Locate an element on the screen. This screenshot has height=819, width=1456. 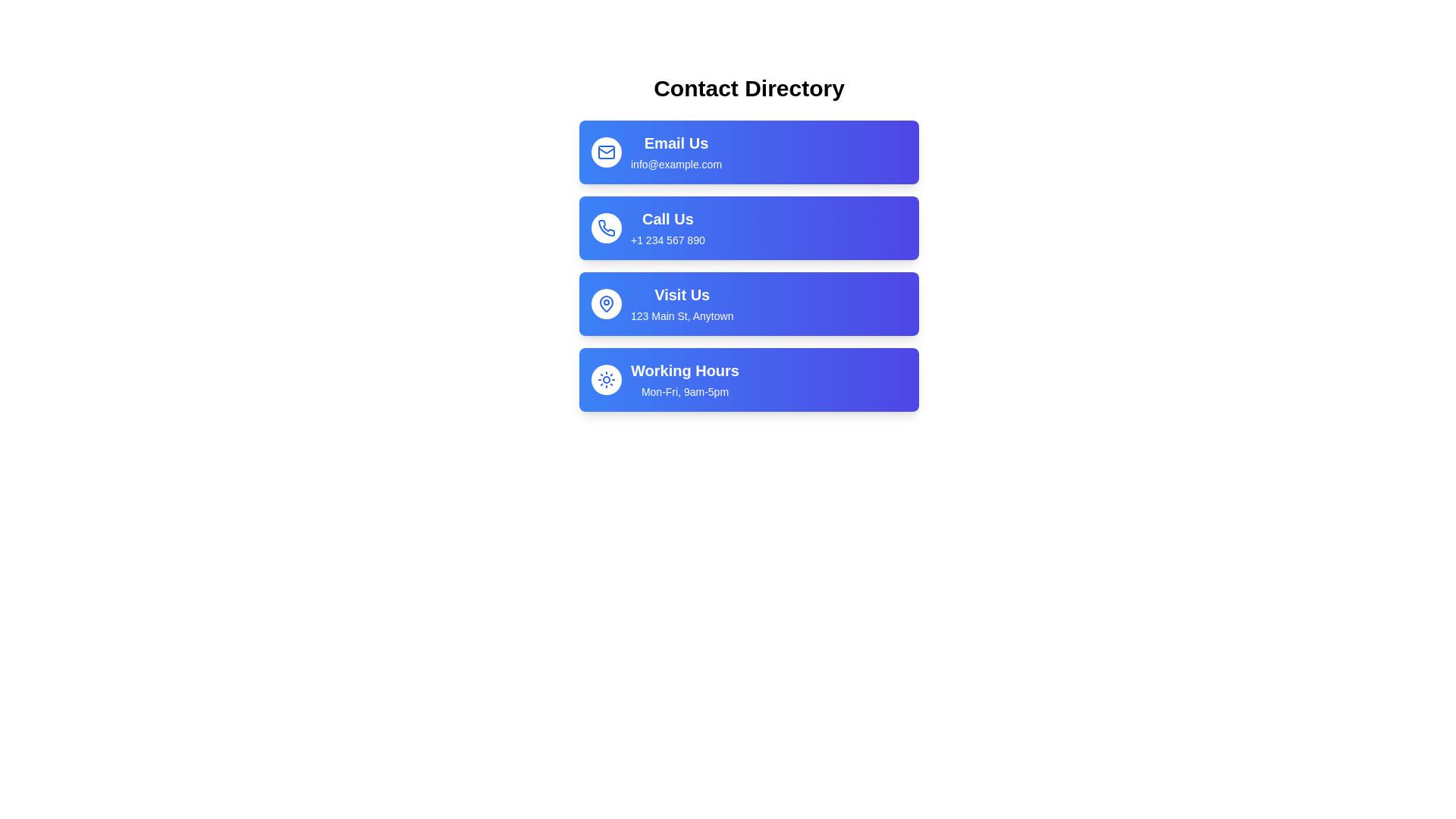
the circular Icon Button with a blue phone icon located in the 'Call Us' section of the Contact Directory, positioned to the left of the text '+1 234 567 890' is located at coordinates (607, 227).